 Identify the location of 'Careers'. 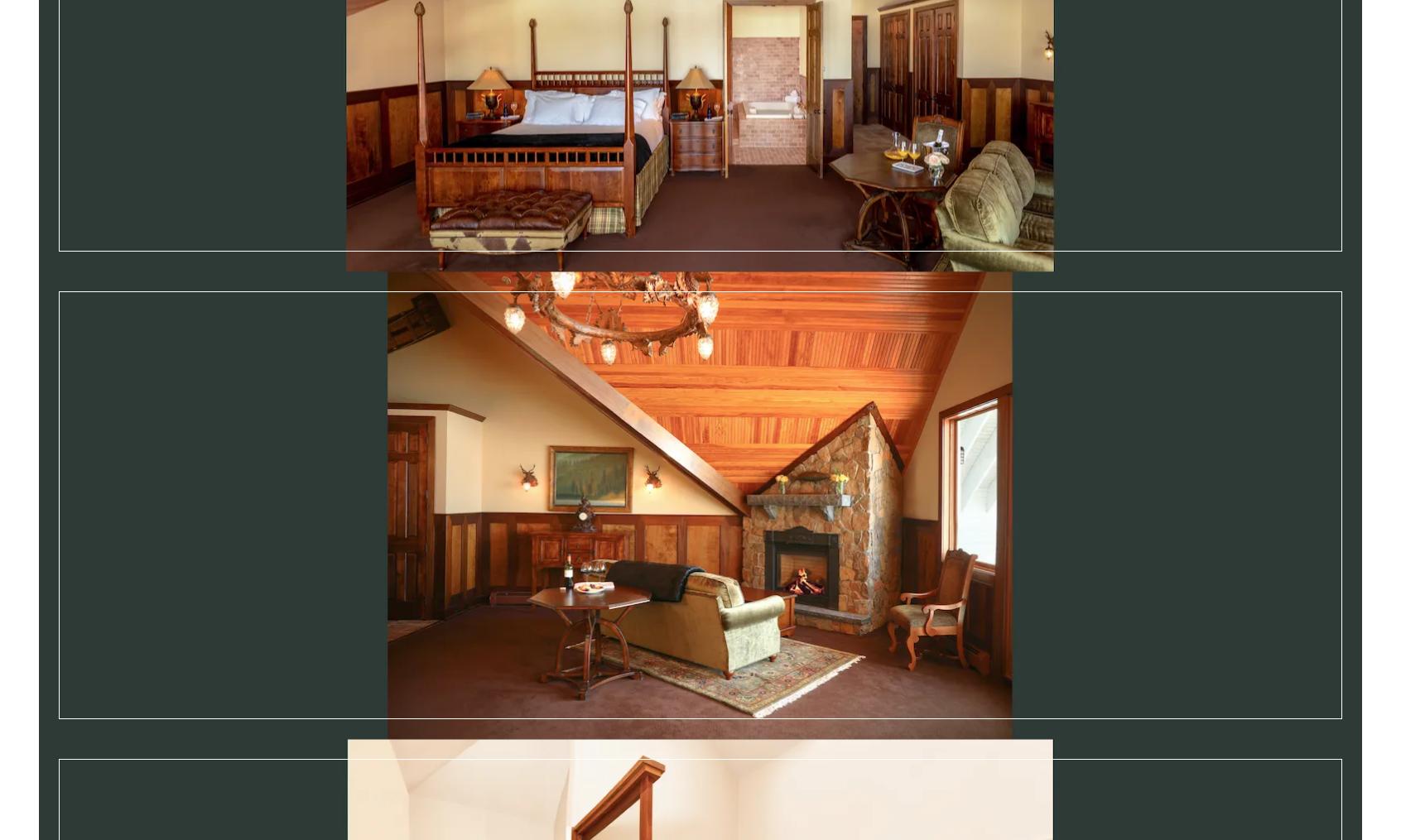
(450, 804).